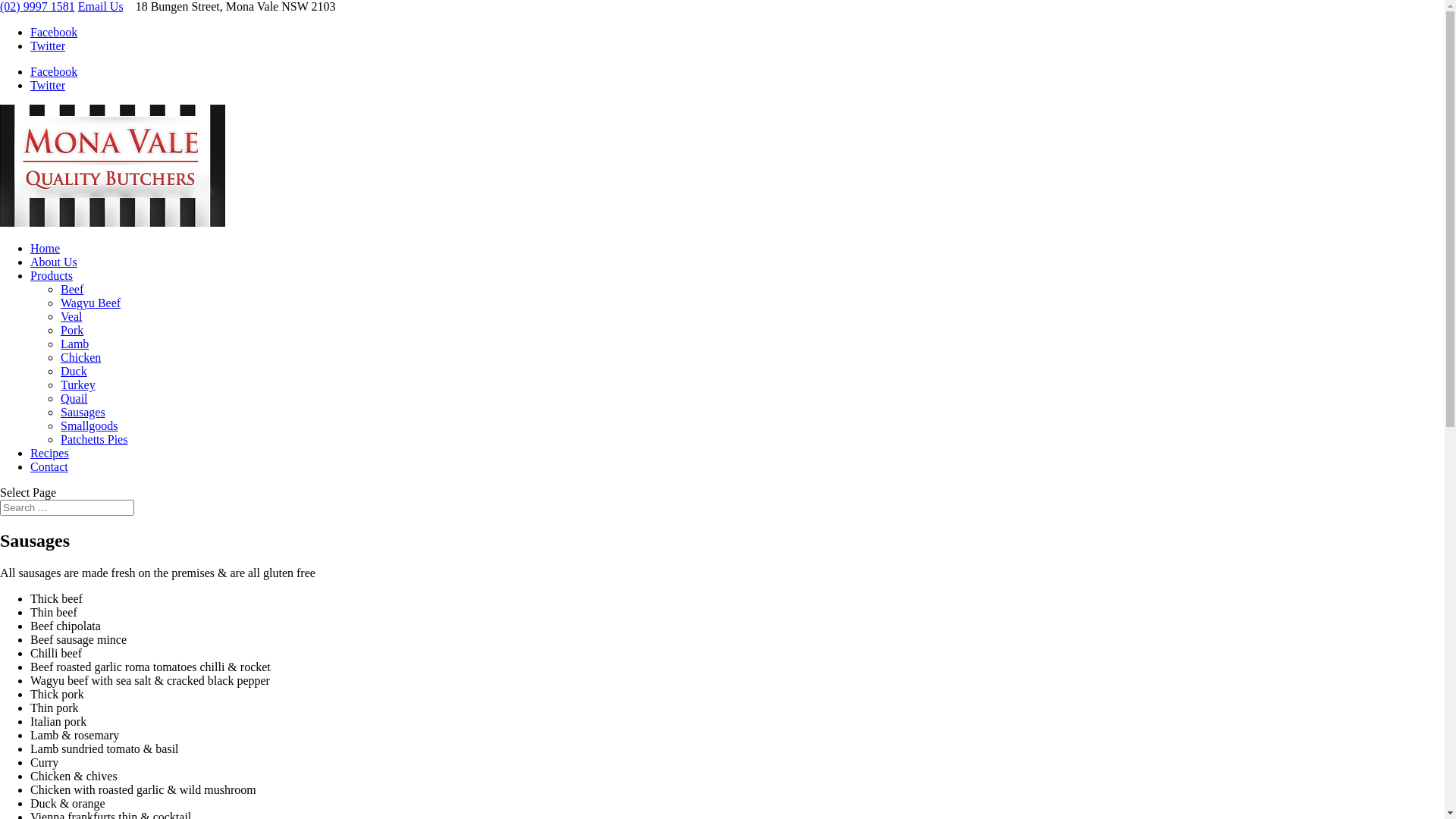 The width and height of the screenshot is (1456, 819). What do you see at coordinates (49, 466) in the screenshot?
I see `'Contact'` at bounding box center [49, 466].